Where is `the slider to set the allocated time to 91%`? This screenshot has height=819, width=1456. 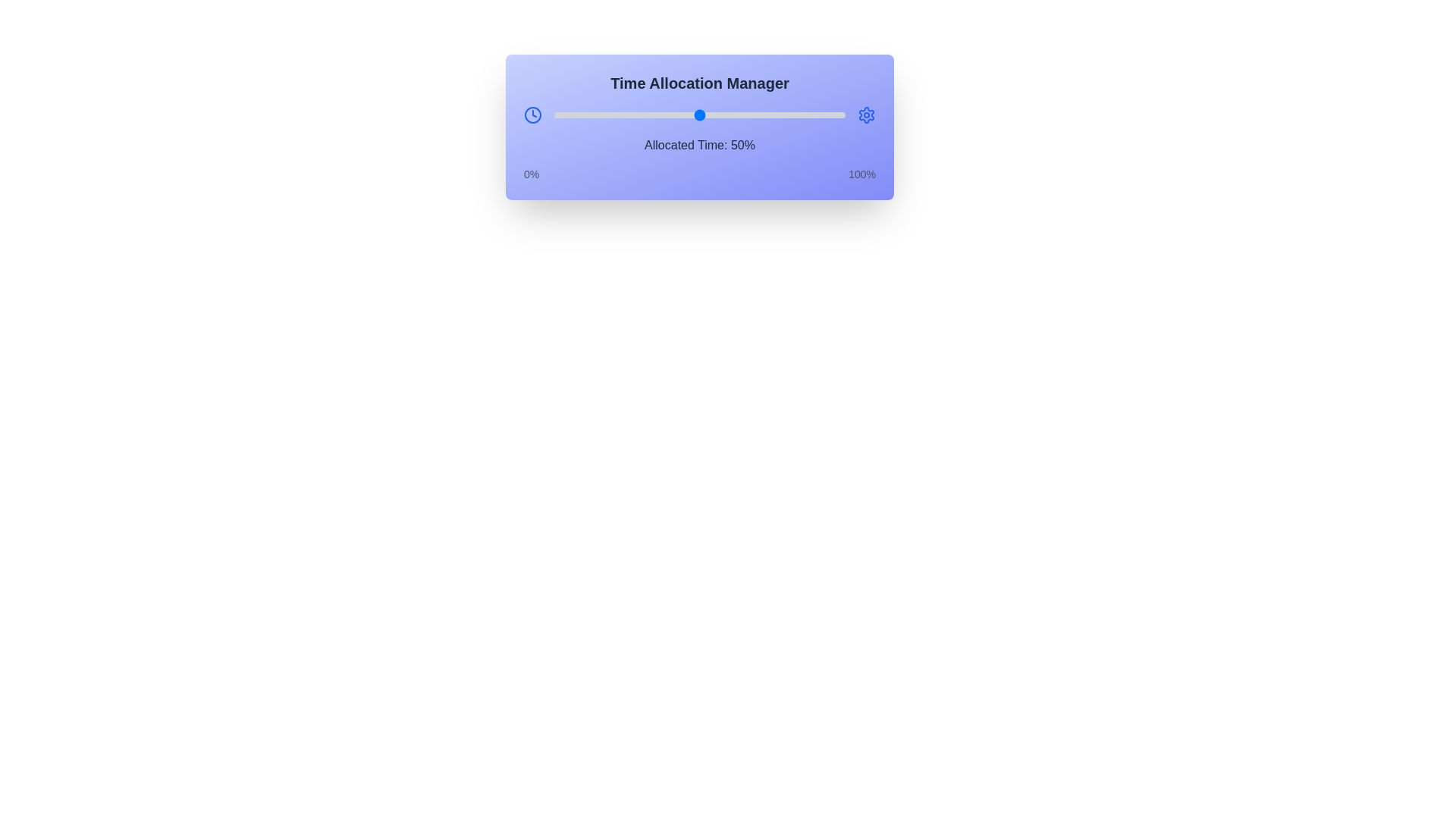 the slider to set the allocated time to 91% is located at coordinates (818, 114).